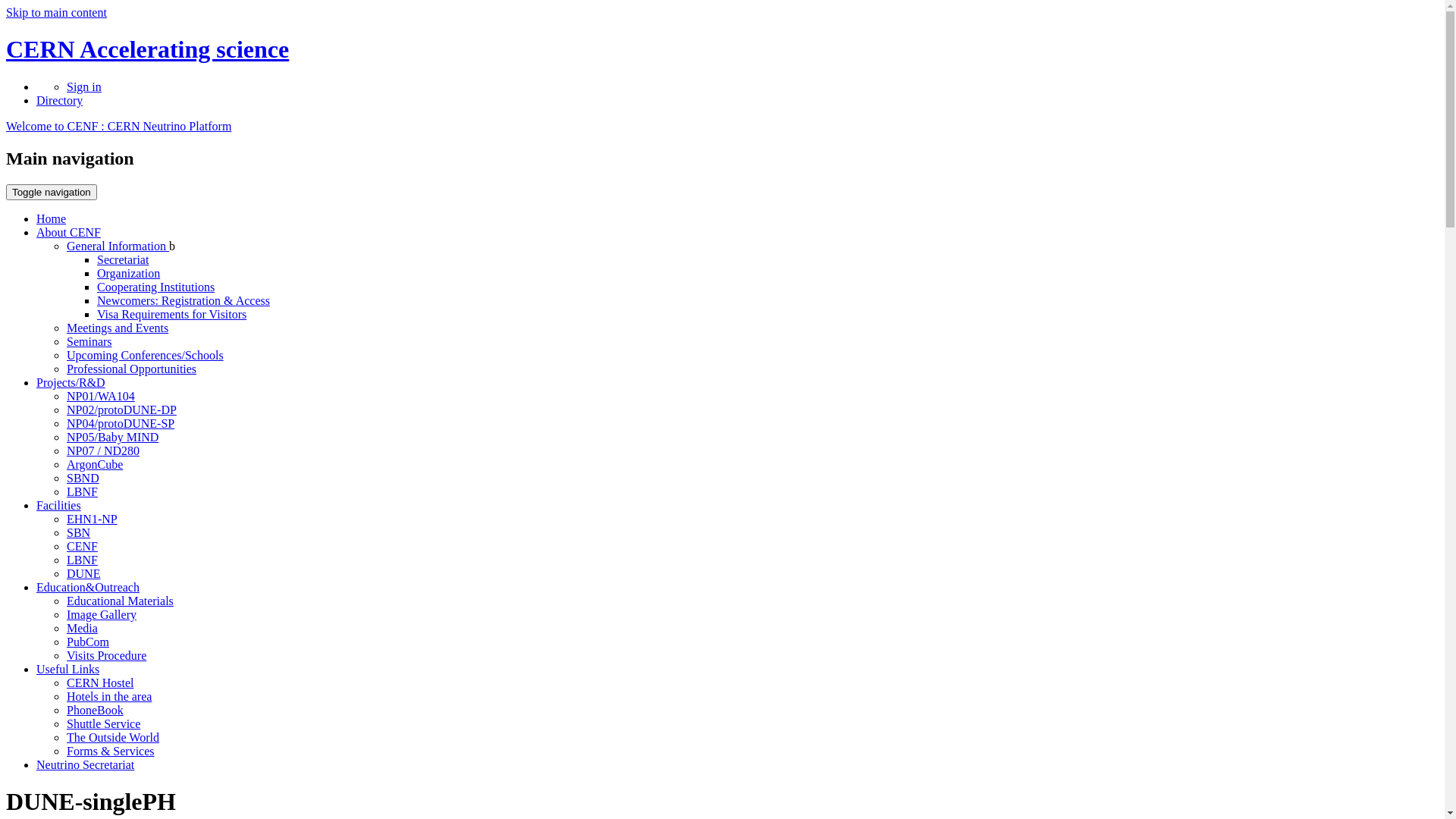  Describe the element at coordinates (65, 546) in the screenshot. I see `'CENF'` at that location.